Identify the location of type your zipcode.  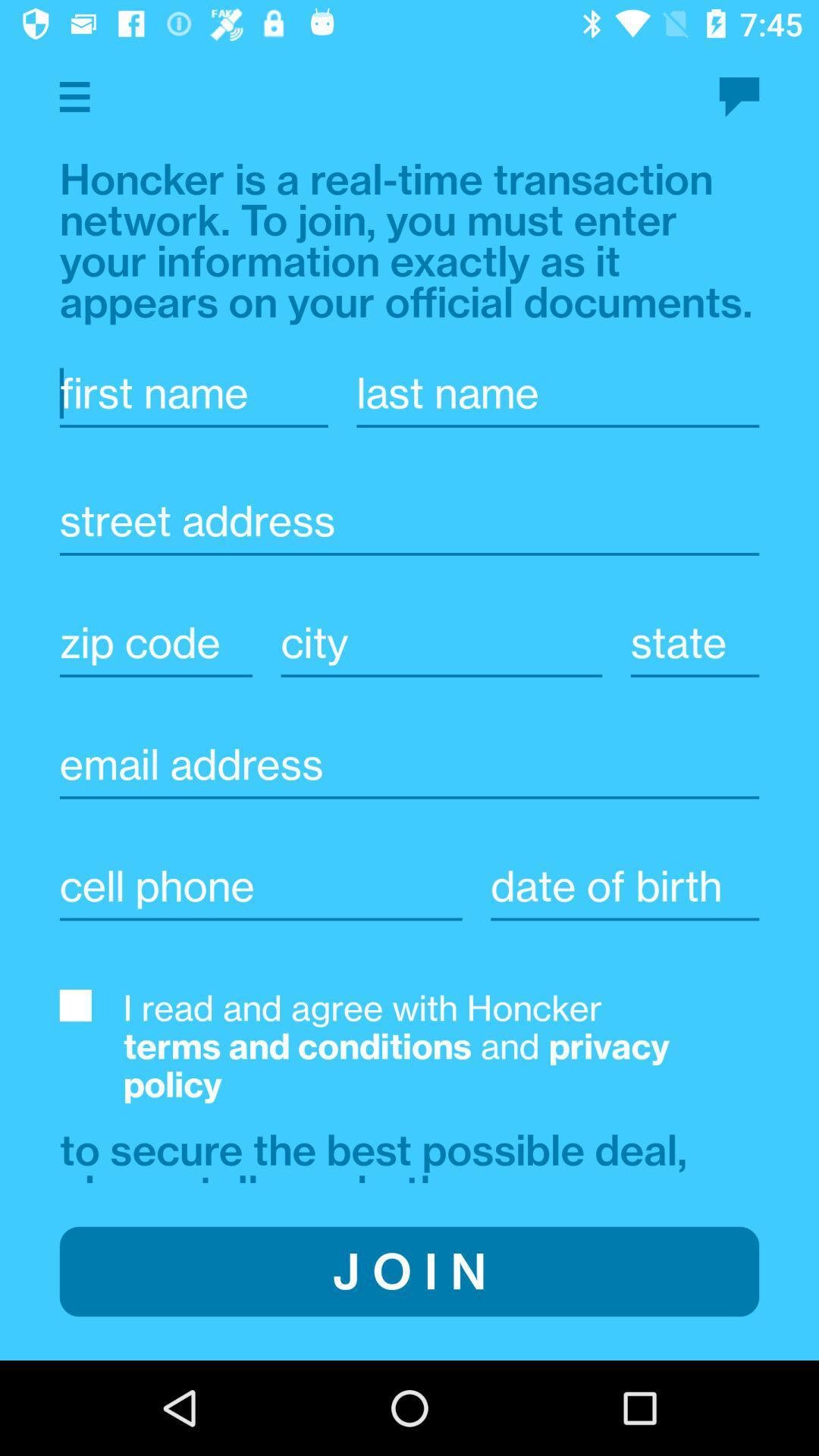
(155, 642).